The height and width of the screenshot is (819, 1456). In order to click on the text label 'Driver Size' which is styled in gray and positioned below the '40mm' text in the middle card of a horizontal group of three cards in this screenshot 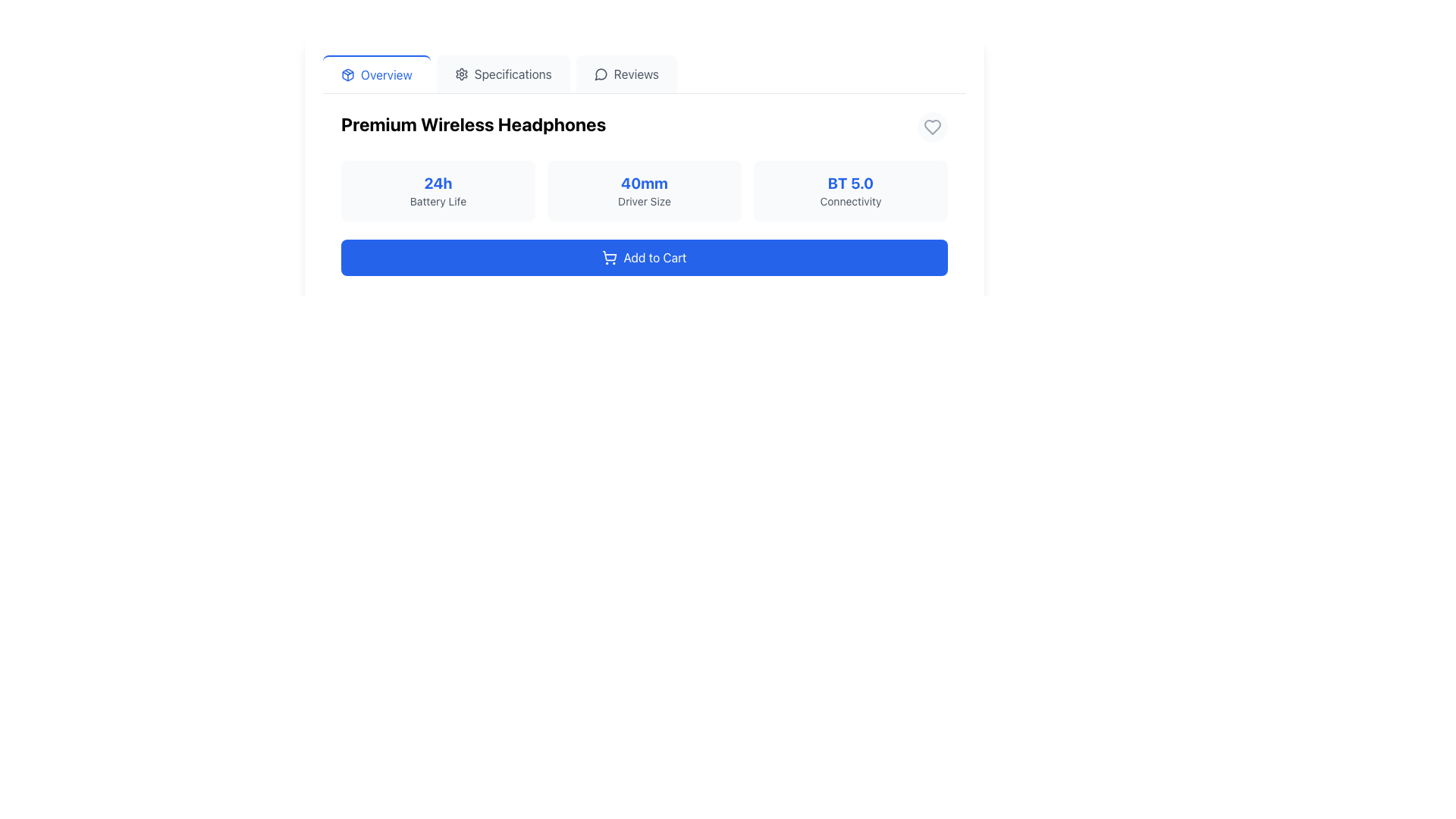, I will do `click(644, 201)`.